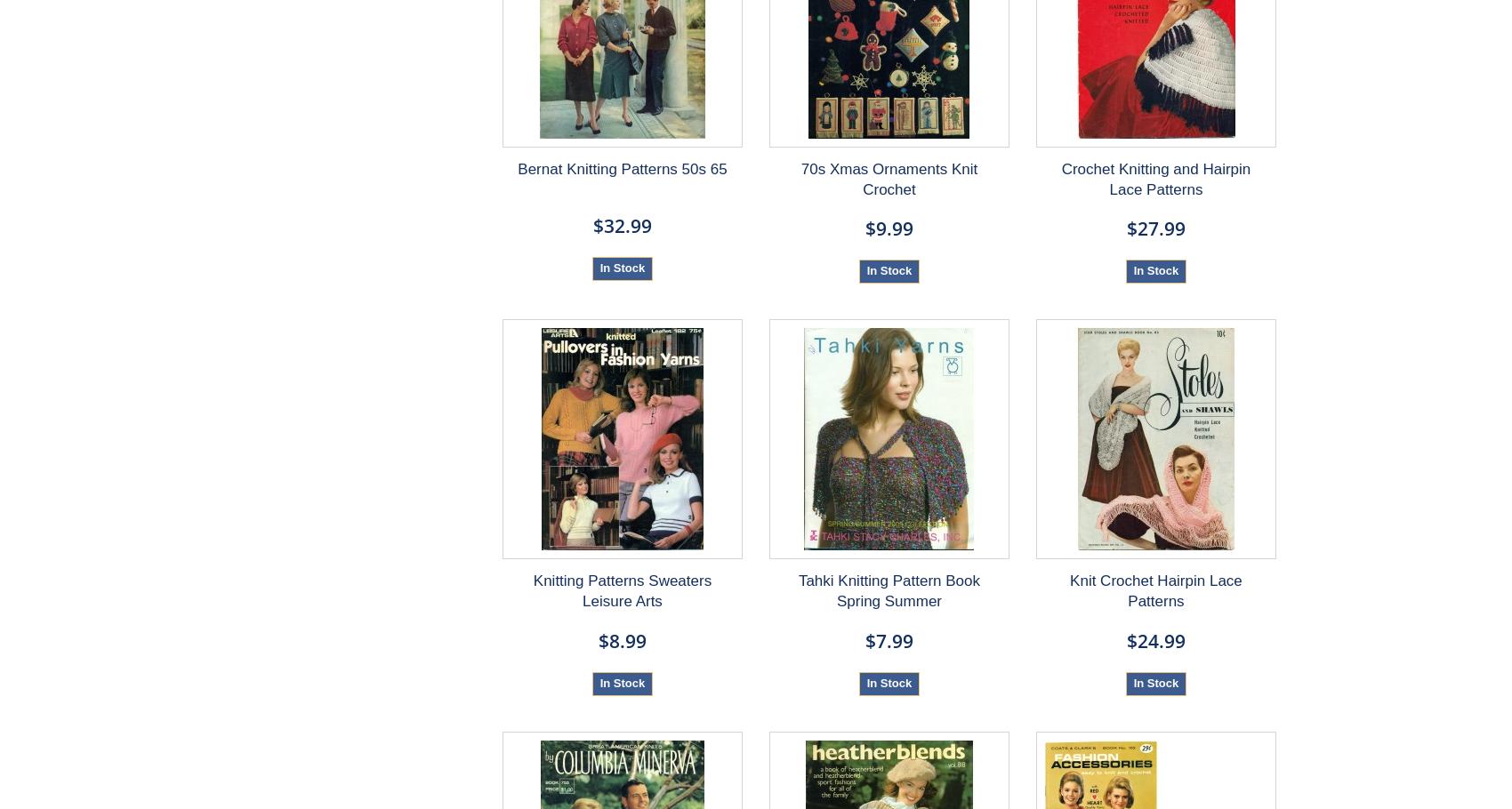 The width and height of the screenshot is (1512, 809). Describe the element at coordinates (622, 225) in the screenshot. I see `'$32.99'` at that location.